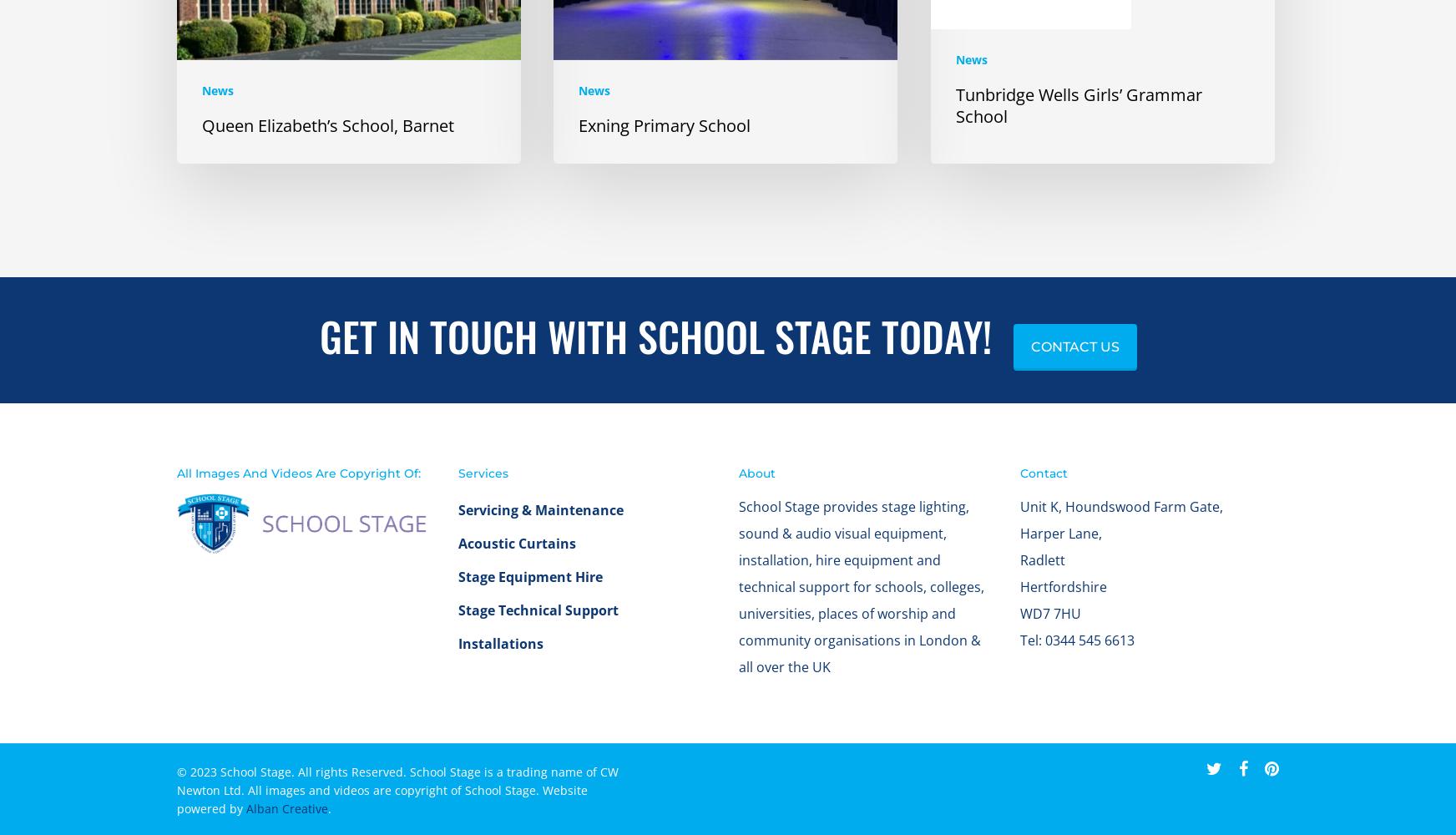  What do you see at coordinates (286, 823) in the screenshot?
I see `'Alban Creative'` at bounding box center [286, 823].